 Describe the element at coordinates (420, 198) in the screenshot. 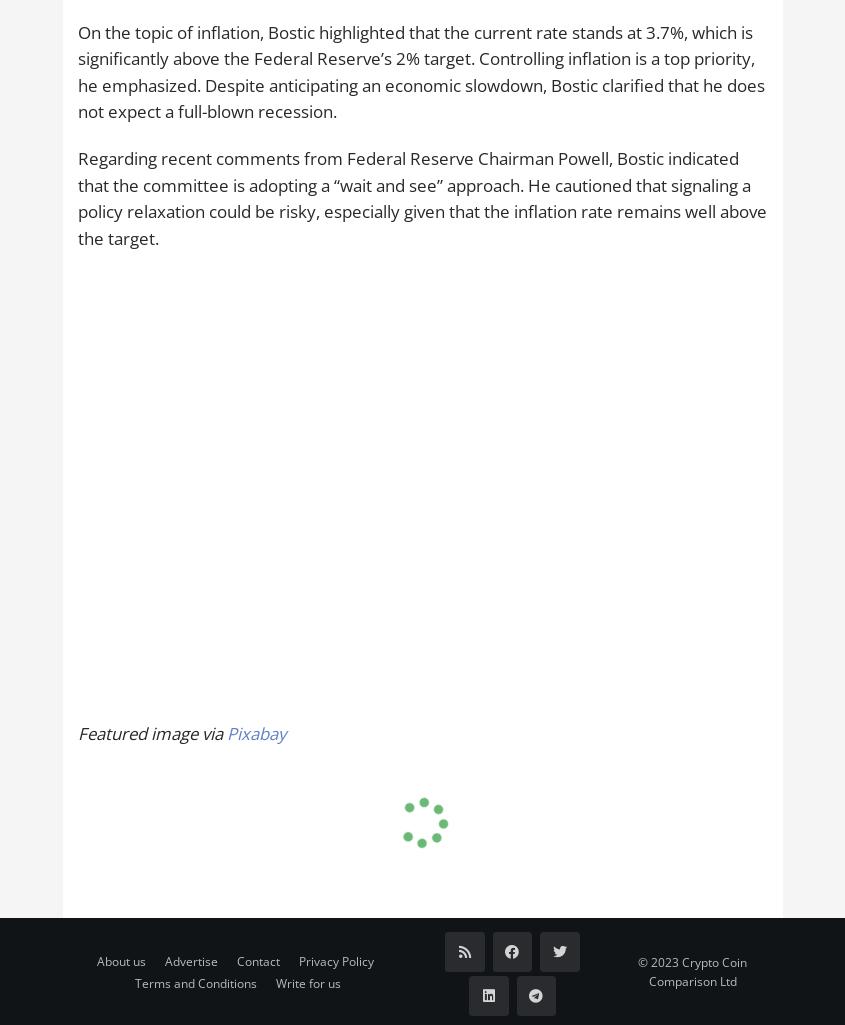

I see `'Regarding recent comments from Federal Reserve Chairman Powell, Bostic indicated that the committee is adopting a “wait and see” approach. He cautioned that signaling a policy relaxation could be risky, especially given that the inflation rate remains well above the target.'` at that location.